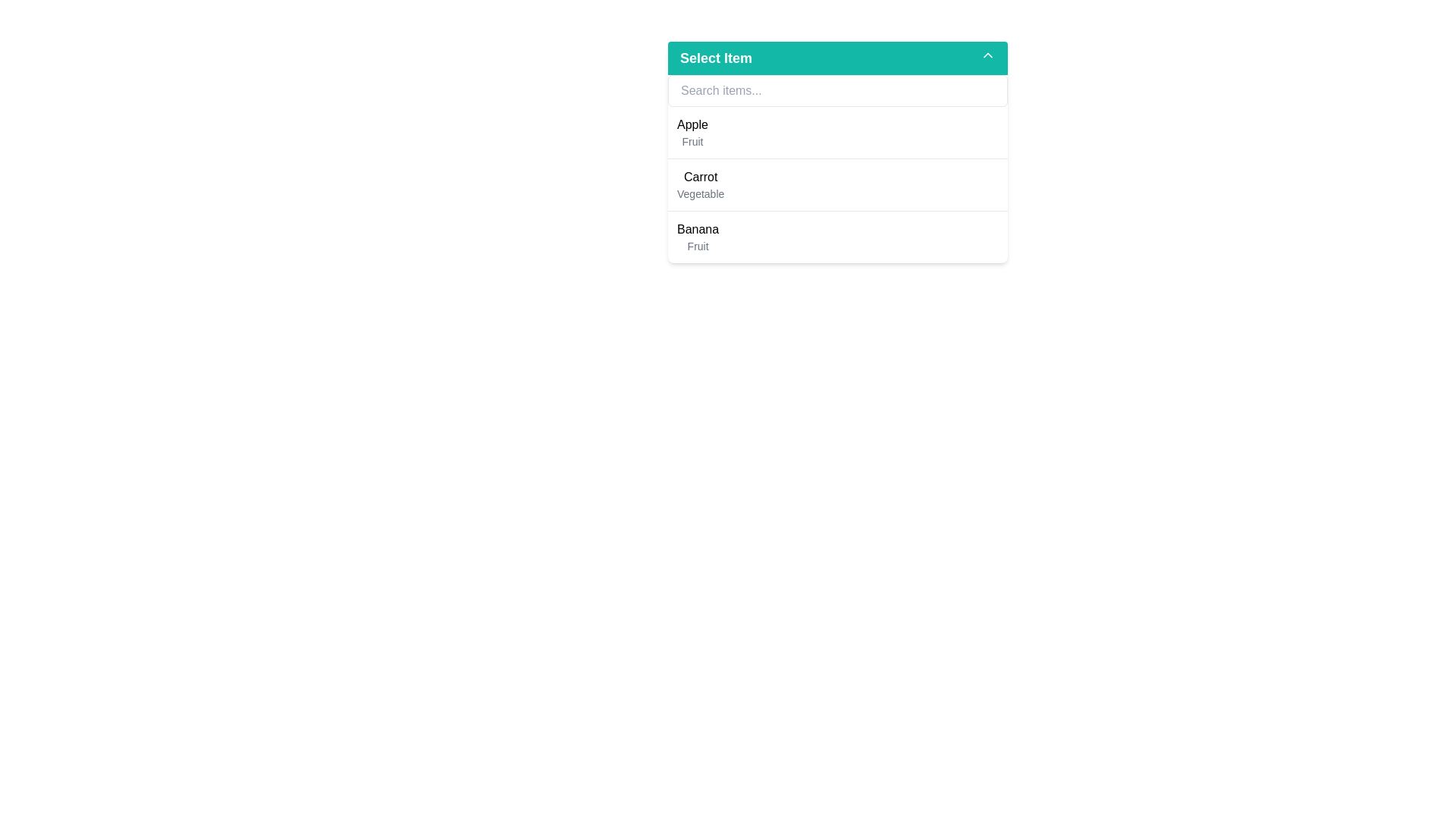 This screenshot has width=1456, height=819. I want to click on the text label 'Fruit' which is styled with a smaller font size and gray color, located directly beneath the text 'Apple' in the dropdown list under 'Select Item', so click(692, 141).